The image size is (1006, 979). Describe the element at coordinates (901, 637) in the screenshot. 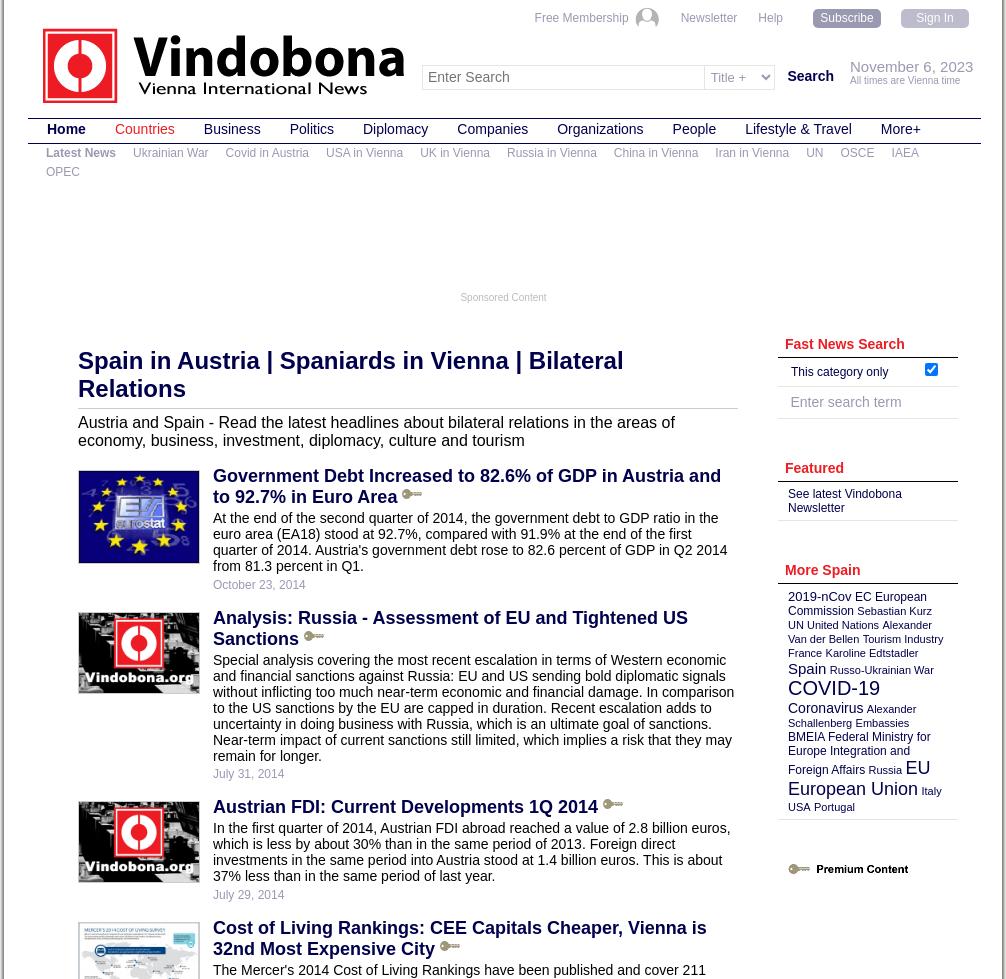

I see `'Tourism Industry'` at that location.